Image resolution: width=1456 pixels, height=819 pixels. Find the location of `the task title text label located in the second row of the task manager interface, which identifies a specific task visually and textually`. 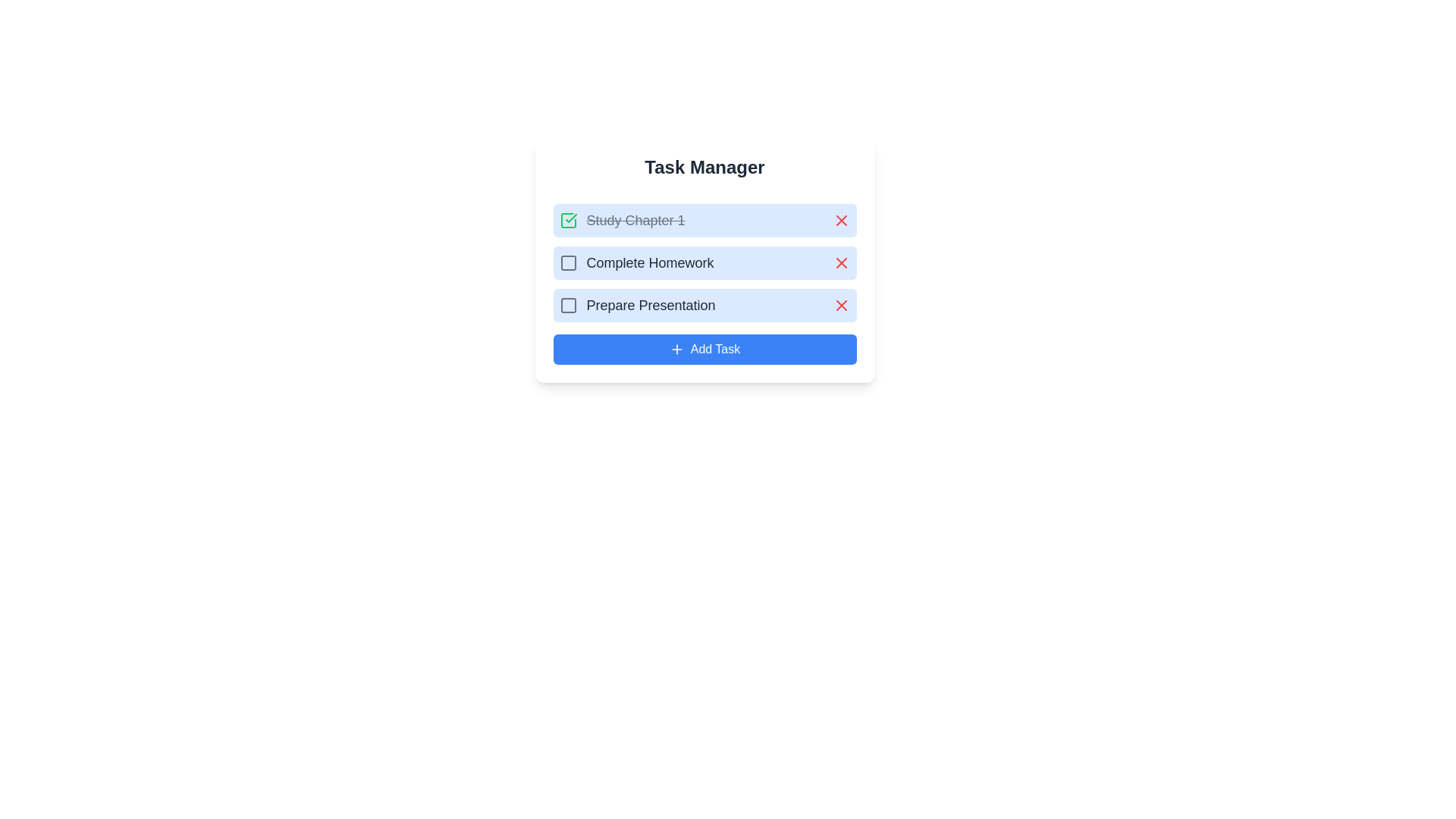

the task title text label located in the second row of the task manager interface, which identifies a specific task visually and textually is located at coordinates (650, 262).